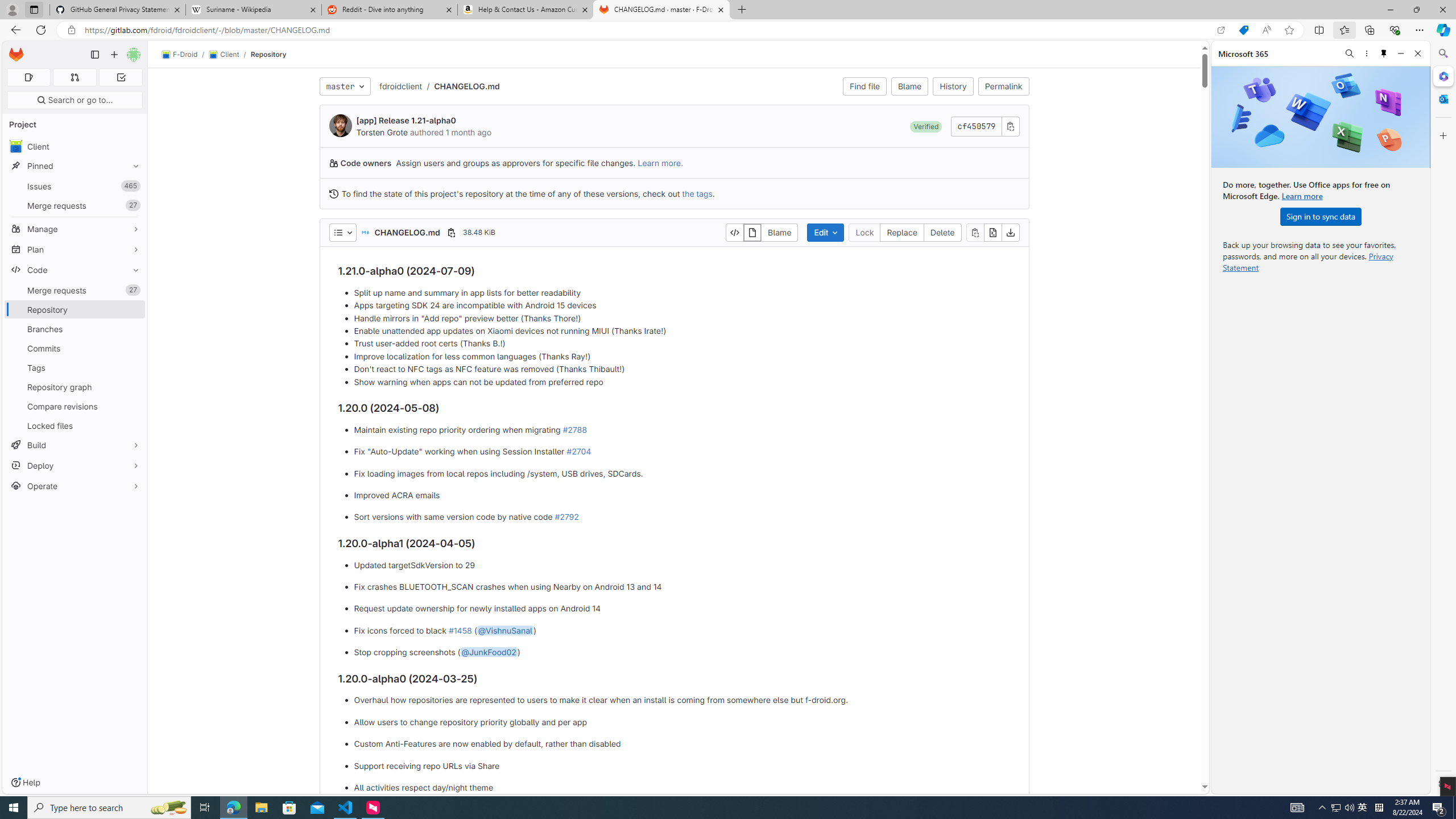  I want to click on 'Pin Repository', so click(133, 309).